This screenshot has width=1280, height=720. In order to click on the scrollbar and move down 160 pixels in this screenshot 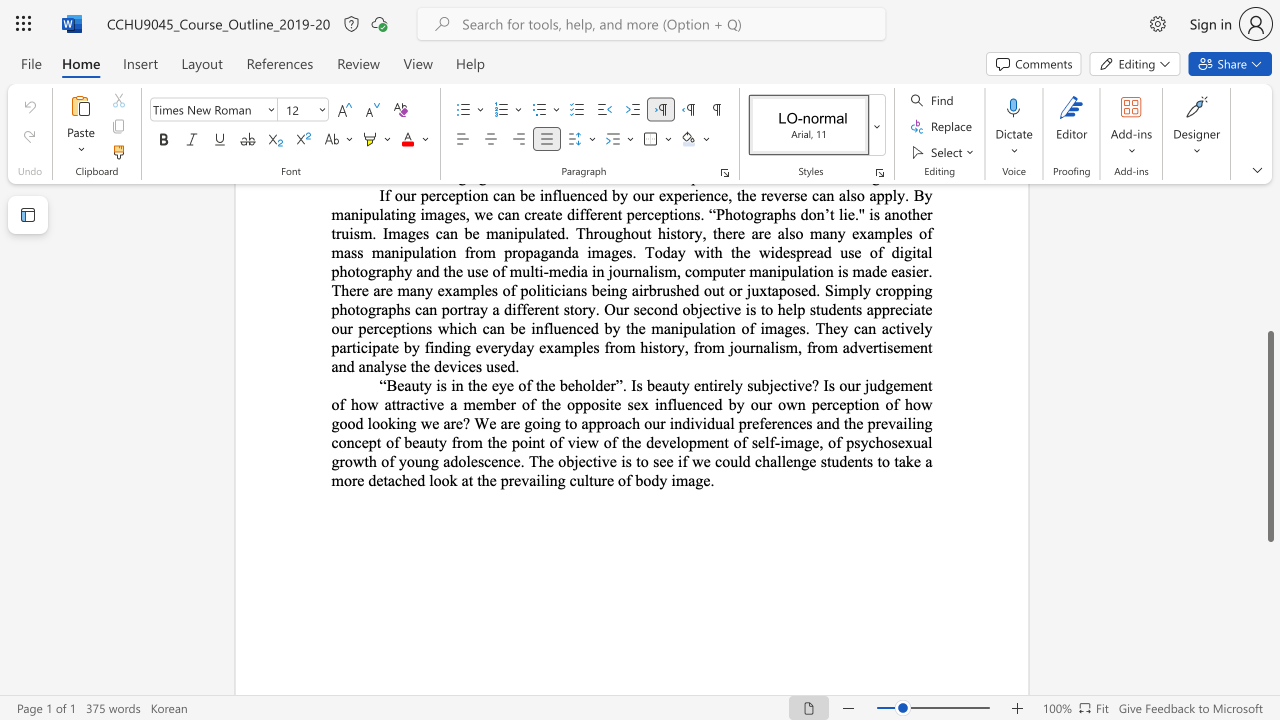, I will do `click(1269, 435)`.